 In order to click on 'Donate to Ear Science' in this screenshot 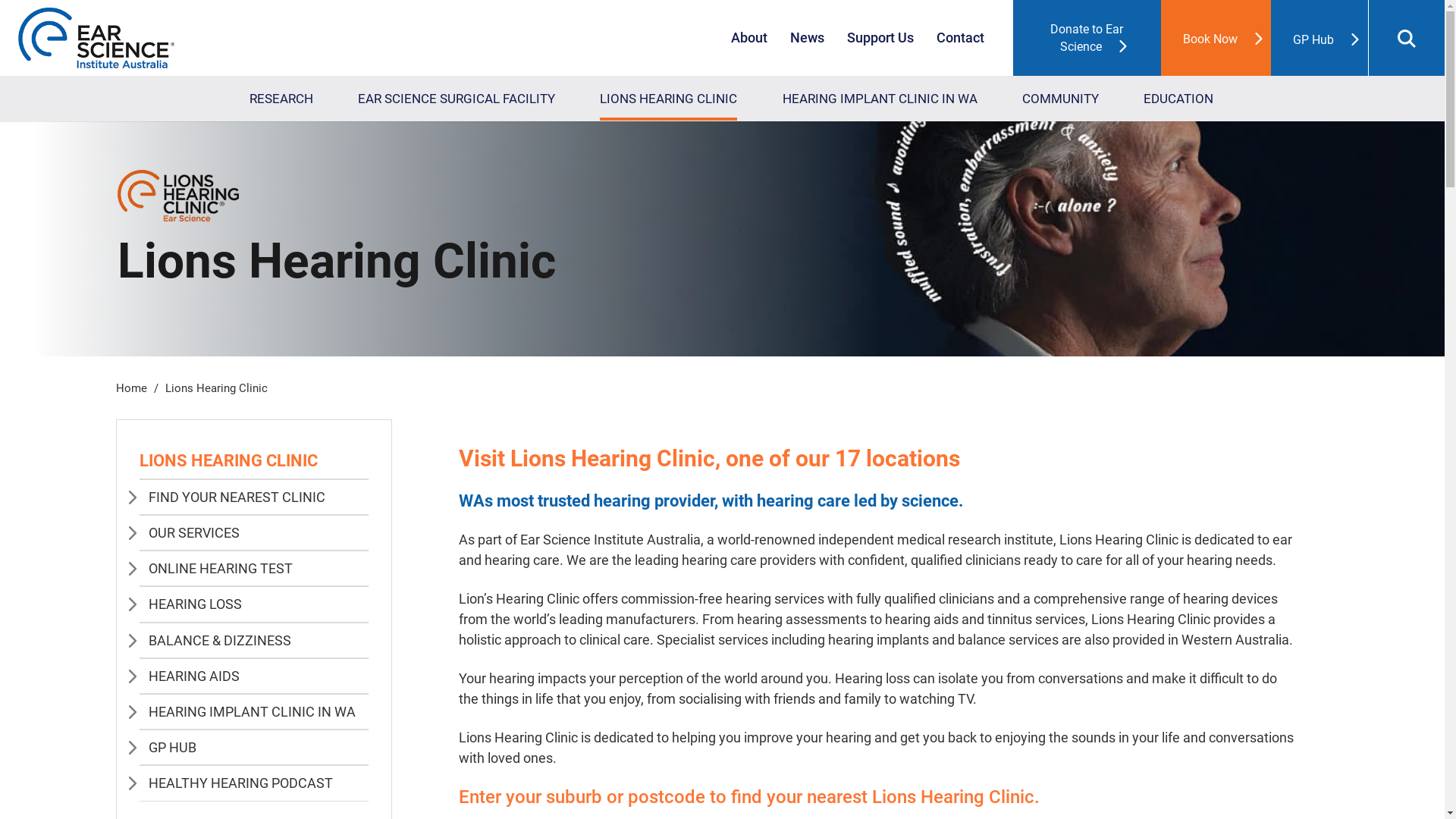, I will do `click(1012, 37)`.